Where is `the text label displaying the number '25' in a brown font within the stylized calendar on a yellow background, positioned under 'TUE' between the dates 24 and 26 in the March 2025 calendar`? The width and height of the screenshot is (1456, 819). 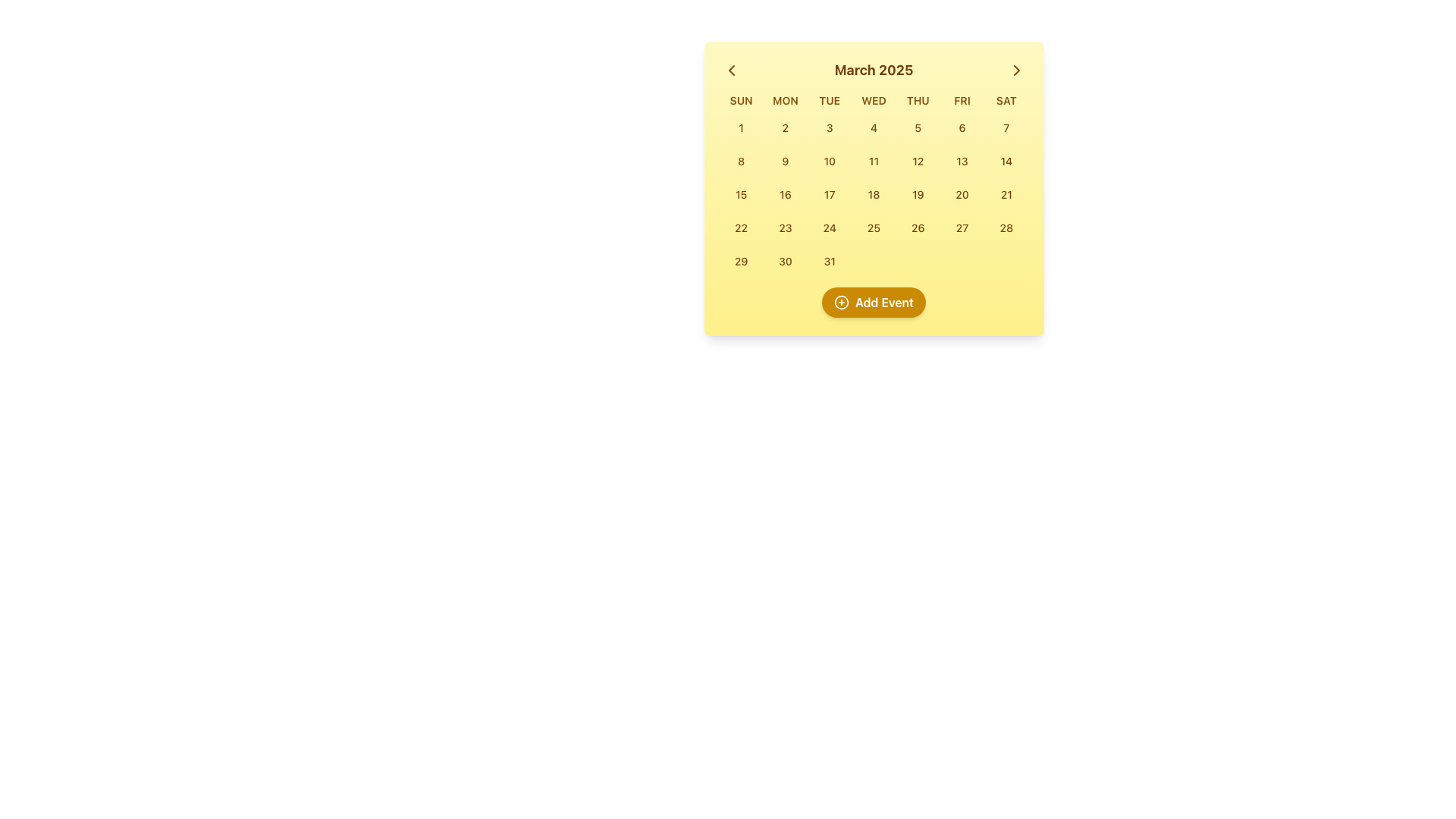 the text label displaying the number '25' in a brown font within the stylized calendar on a yellow background, positioned under 'TUE' between the dates 24 and 26 in the March 2025 calendar is located at coordinates (874, 227).